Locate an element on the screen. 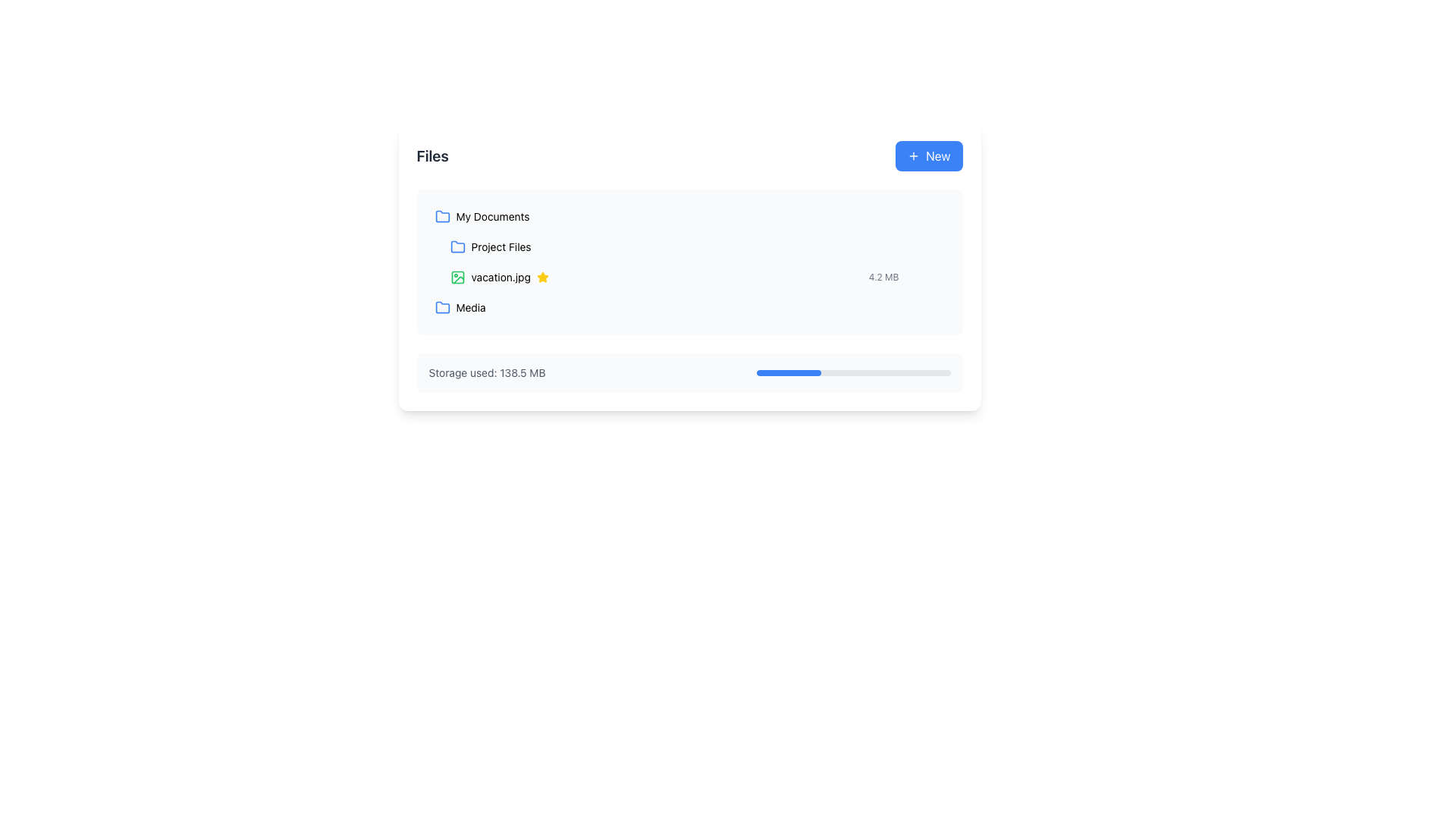 The width and height of the screenshot is (1456, 819). the green graphical icon resembling a photo, which is positioned before the text 'vacation.jpg' is located at coordinates (457, 278).